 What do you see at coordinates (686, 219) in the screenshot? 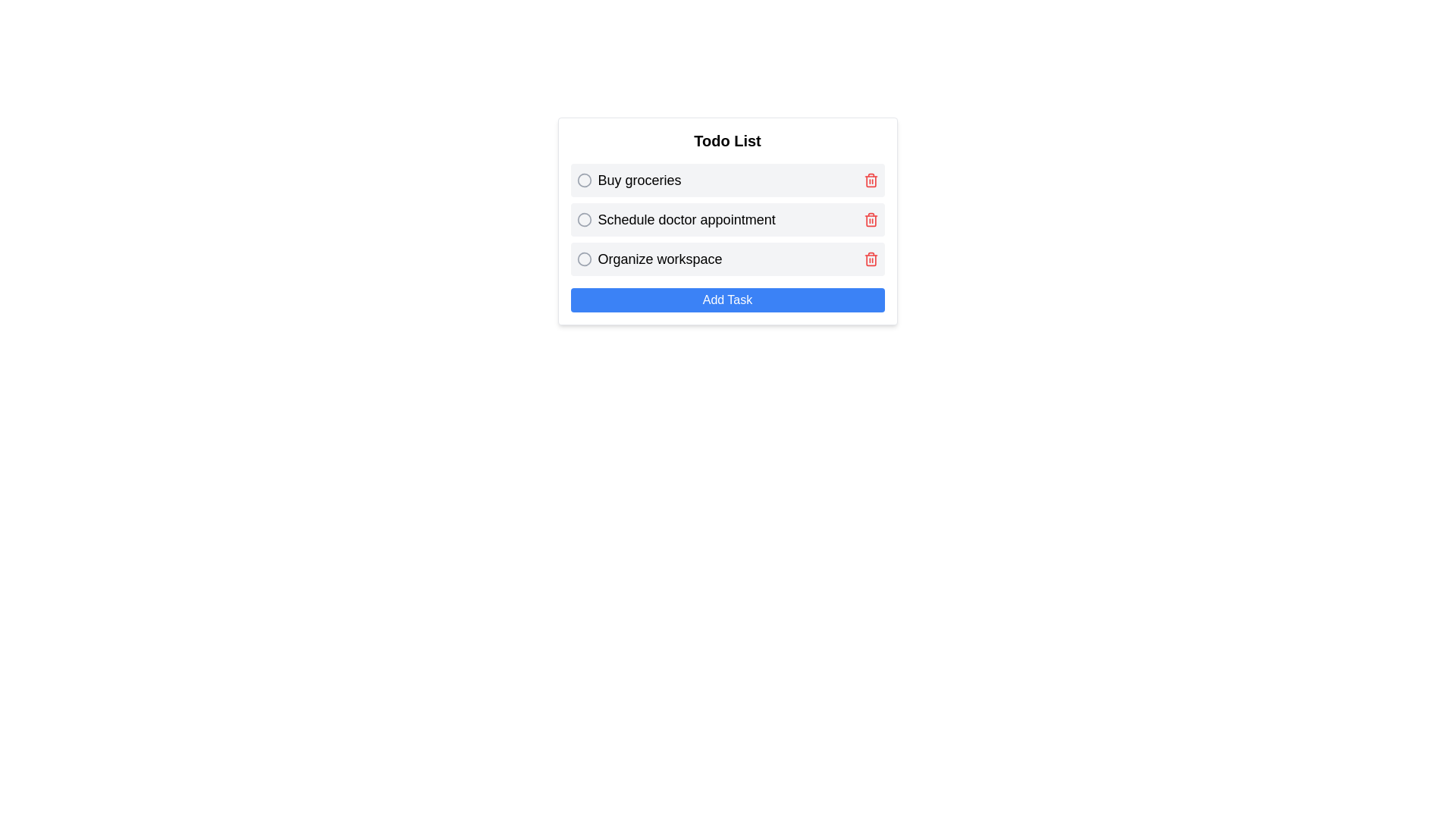
I see `the second text entry in the to-do list, which is centrally positioned in the second row below the header 'Todo List'` at bounding box center [686, 219].